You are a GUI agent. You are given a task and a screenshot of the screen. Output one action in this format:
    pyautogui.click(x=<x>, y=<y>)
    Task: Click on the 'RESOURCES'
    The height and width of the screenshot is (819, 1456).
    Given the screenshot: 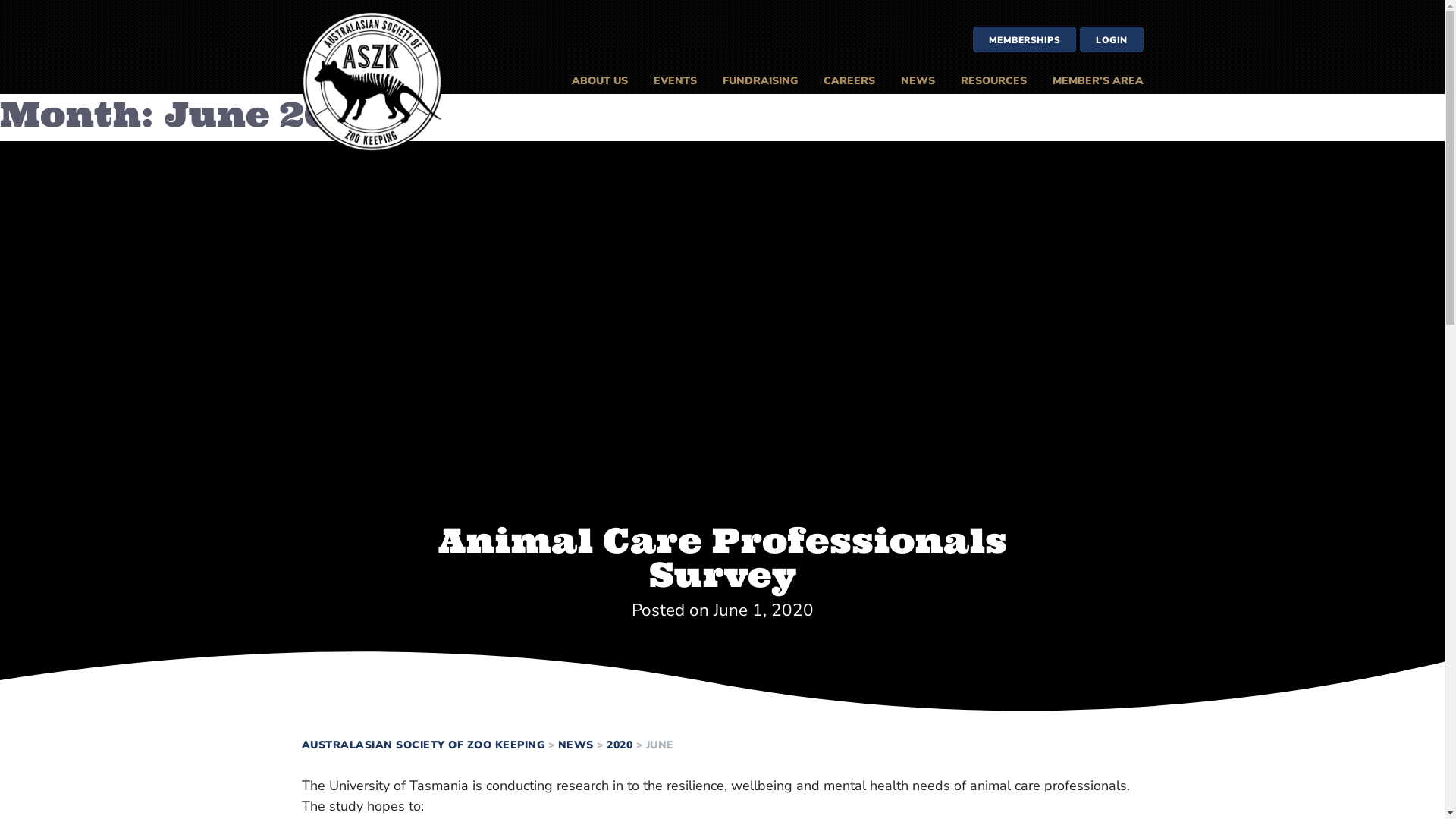 What is the action you would take?
    pyautogui.click(x=993, y=81)
    